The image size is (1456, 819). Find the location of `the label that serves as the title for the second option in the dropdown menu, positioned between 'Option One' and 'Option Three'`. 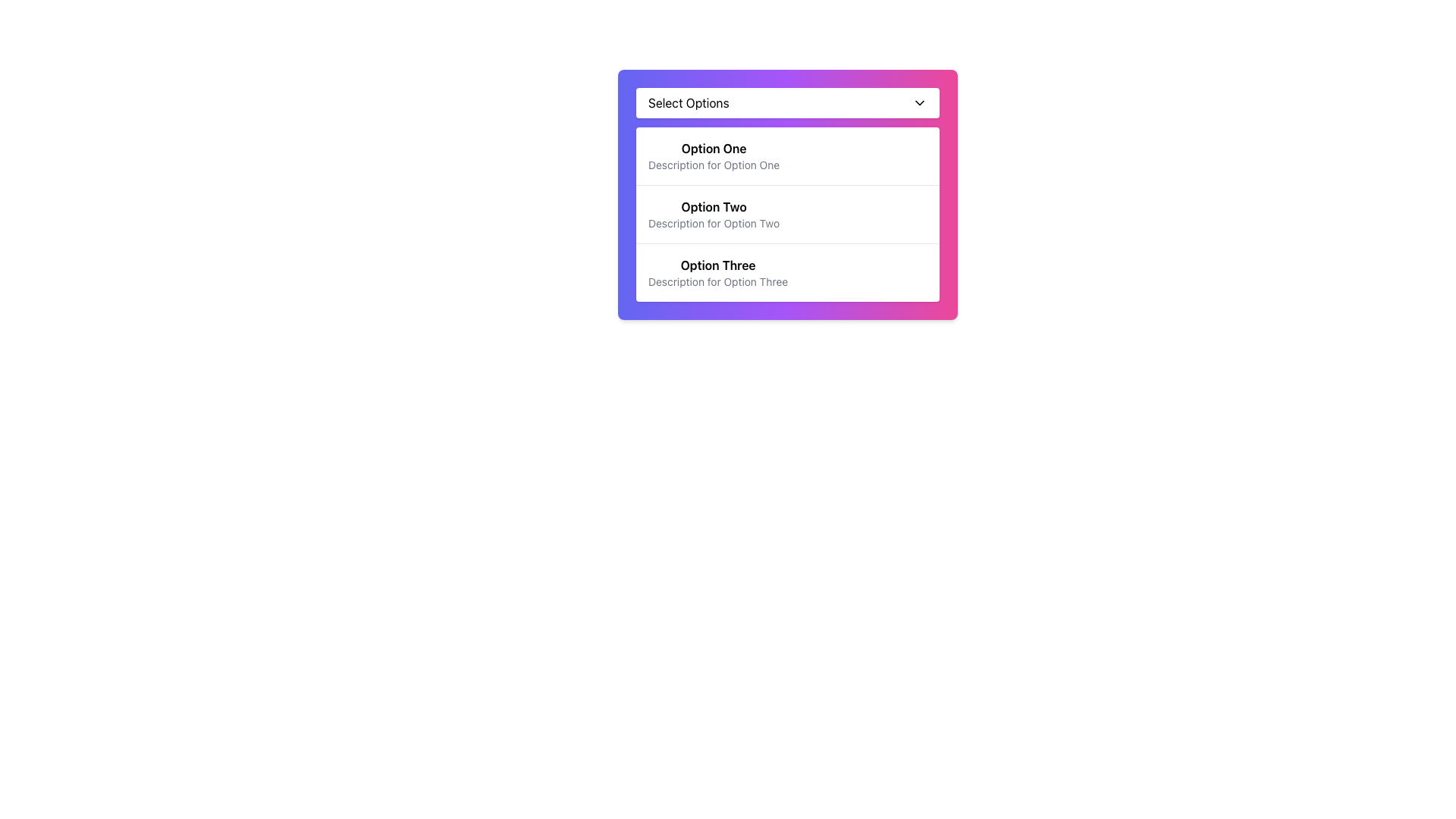

the label that serves as the title for the second option in the dropdown menu, positioned between 'Option One' and 'Option Three' is located at coordinates (713, 207).